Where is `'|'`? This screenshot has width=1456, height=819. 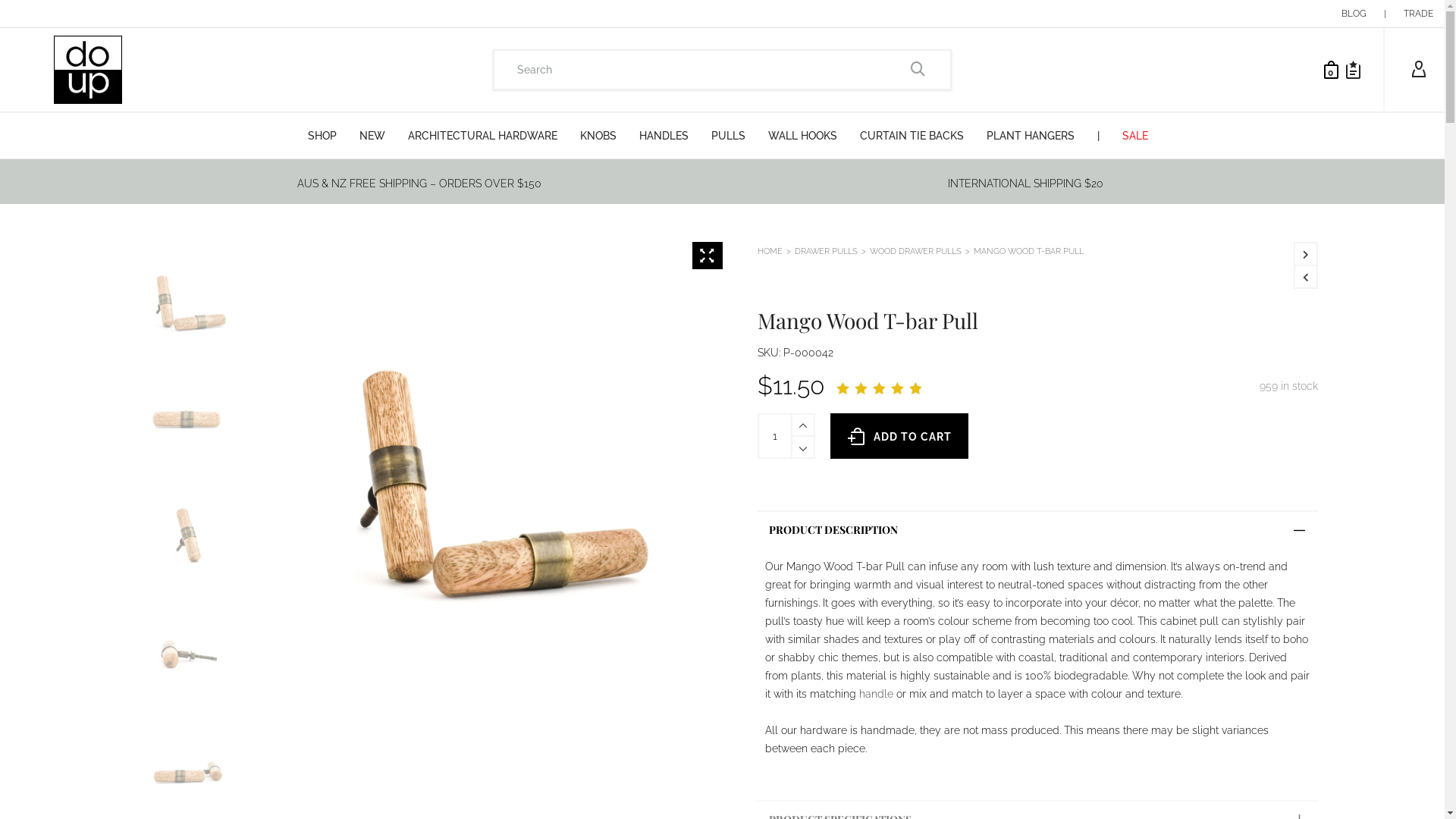
'|' is located at coordinates (1385, 14).